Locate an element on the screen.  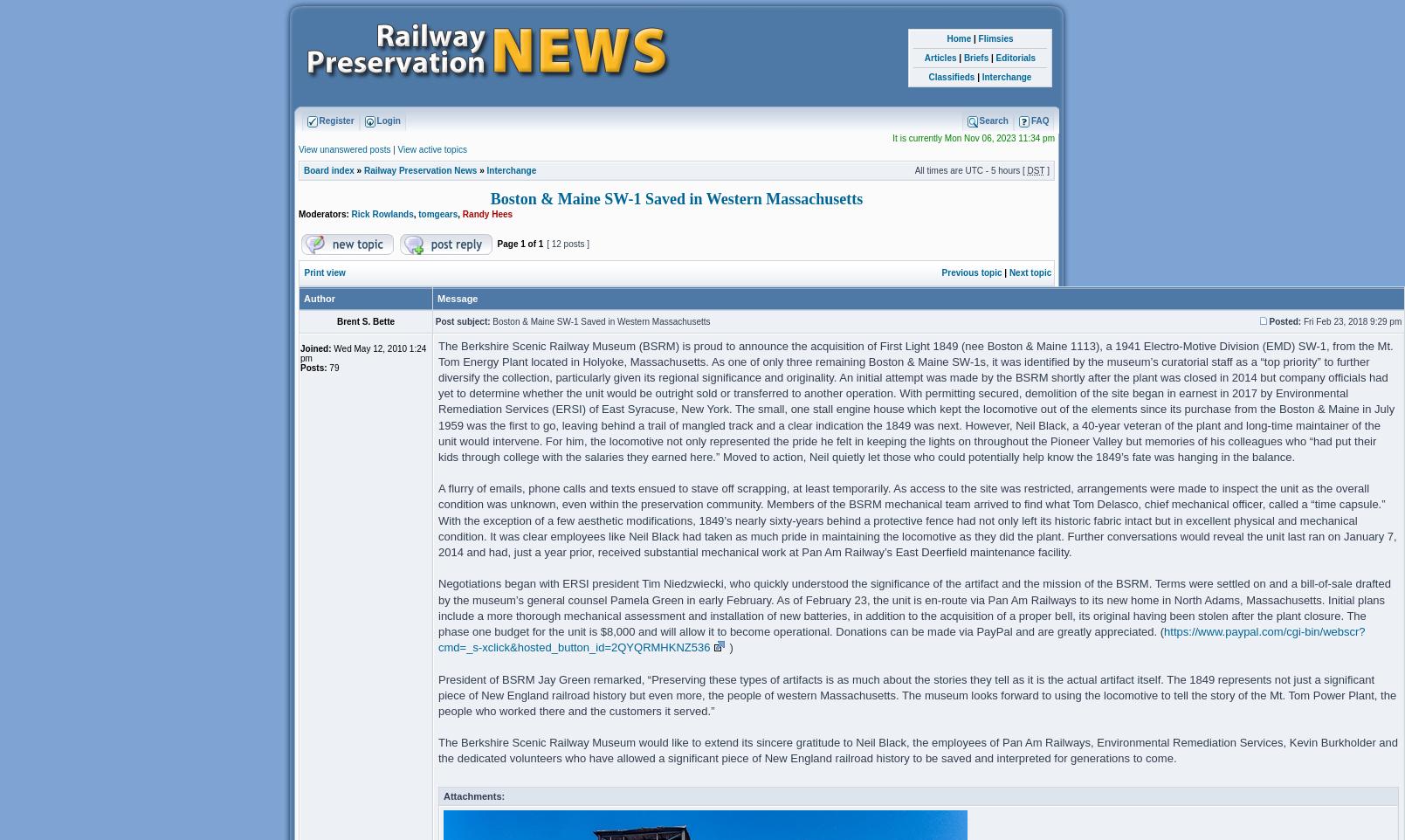
'Articles' is located at coordinates (940, 58).